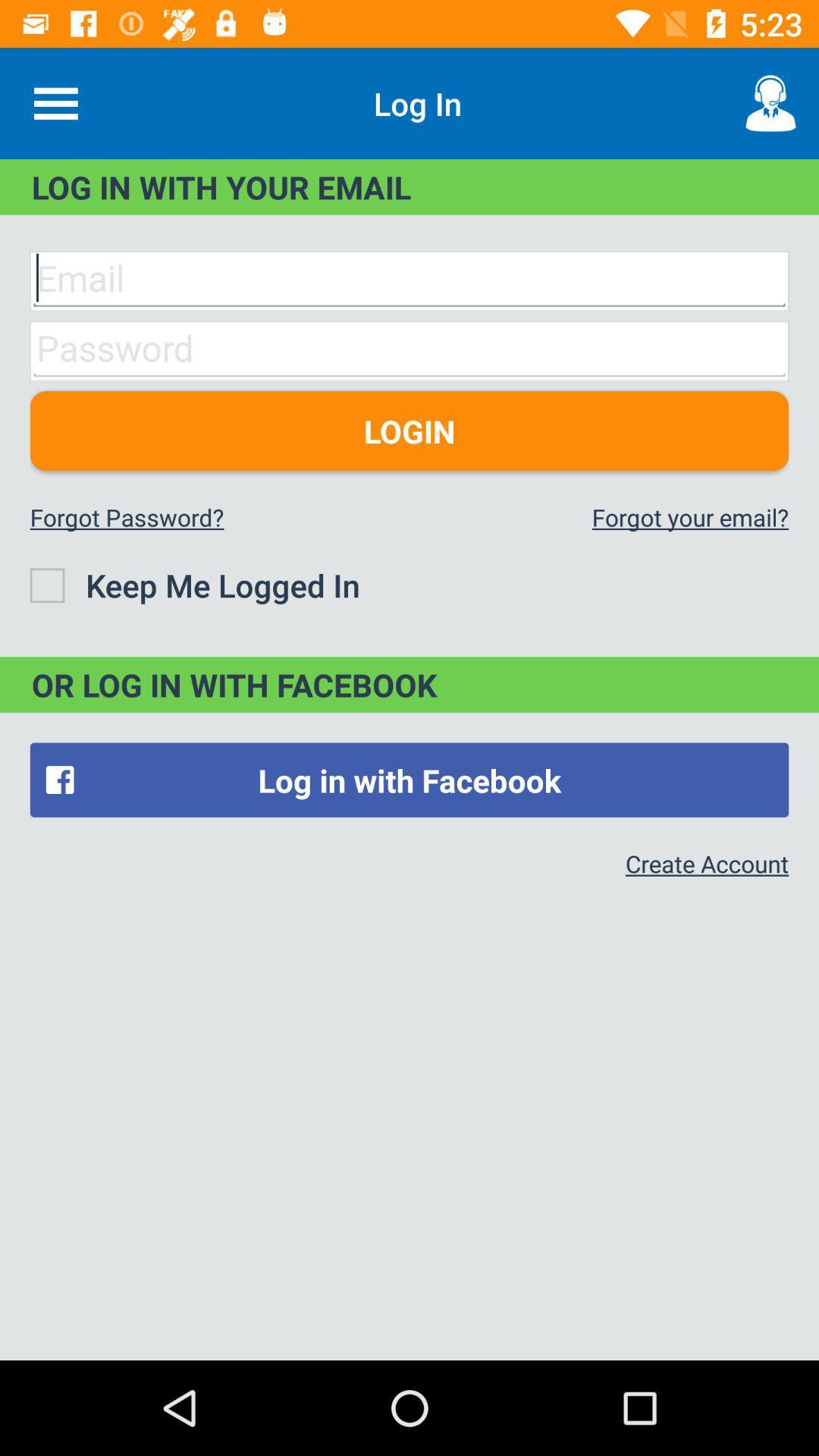 Image resolution: width=819 pixels, height=1456 pixels. Describe the element at coordinates (771, 102) in the screenshot. I see `item at the top right corner` at that location.